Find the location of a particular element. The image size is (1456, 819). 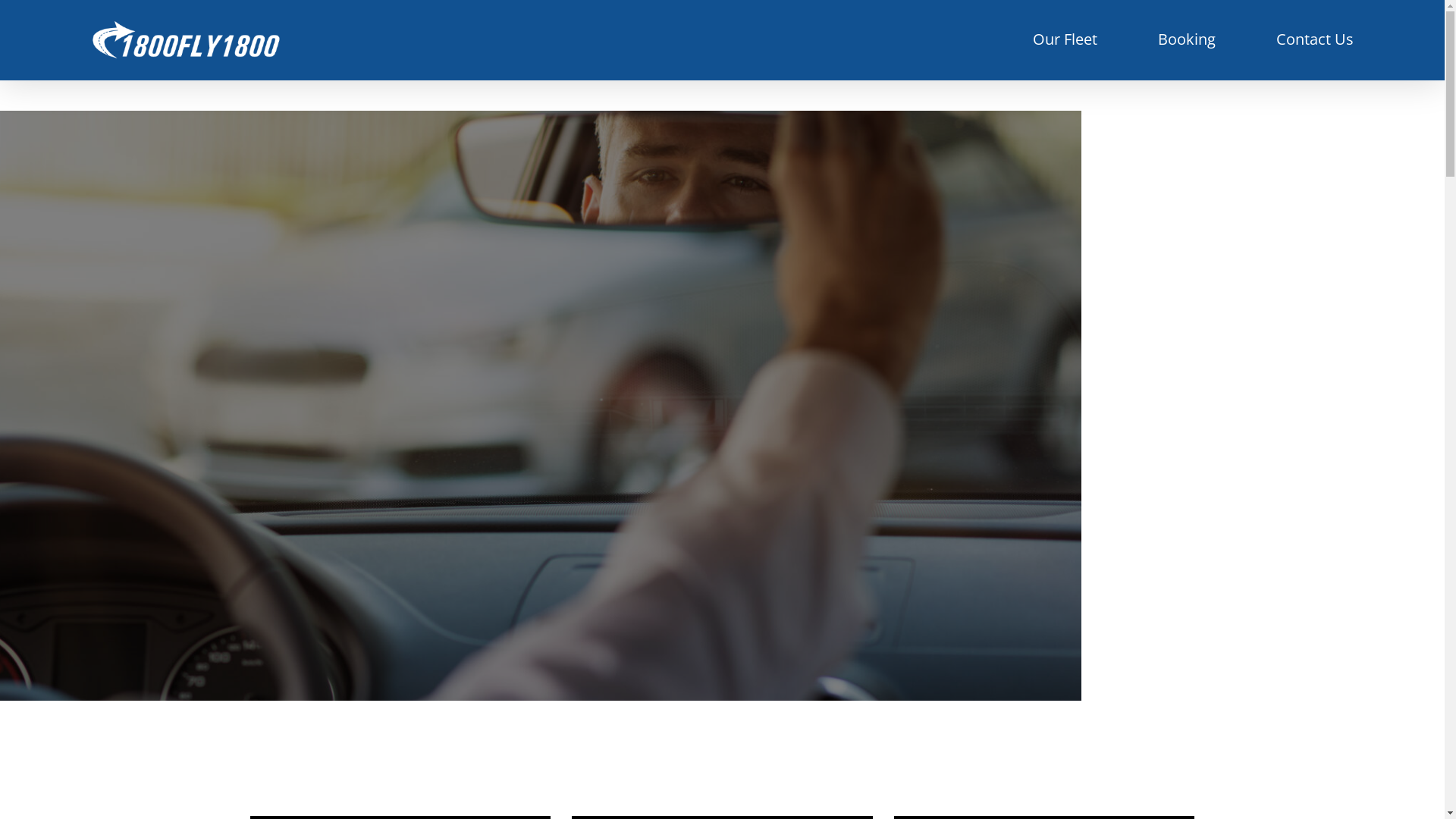

'Our Fleet' is located at coordinates (1032, 39).